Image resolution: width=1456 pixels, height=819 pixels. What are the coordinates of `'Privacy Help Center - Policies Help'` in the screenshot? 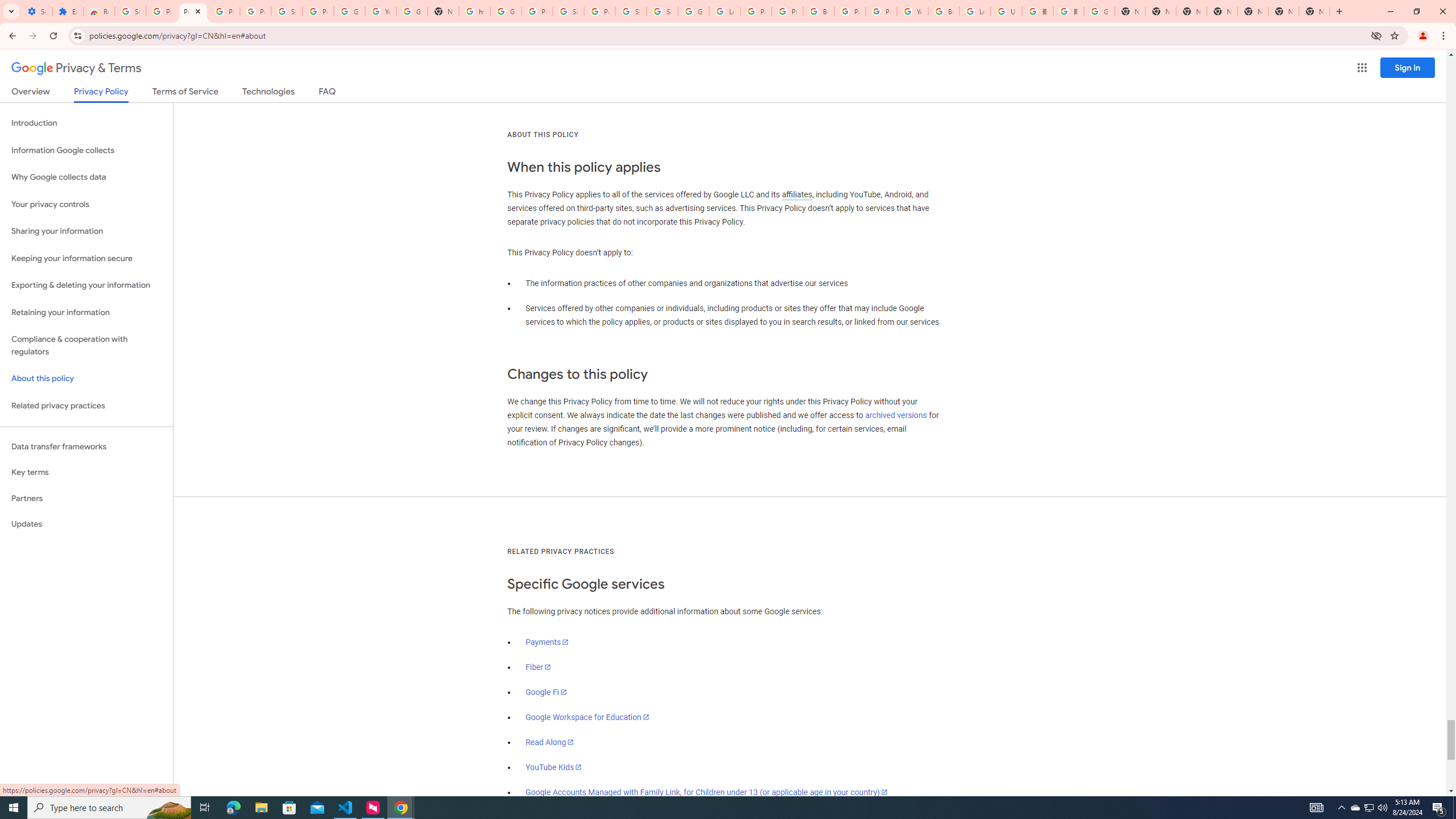 It's located at (755, 11).